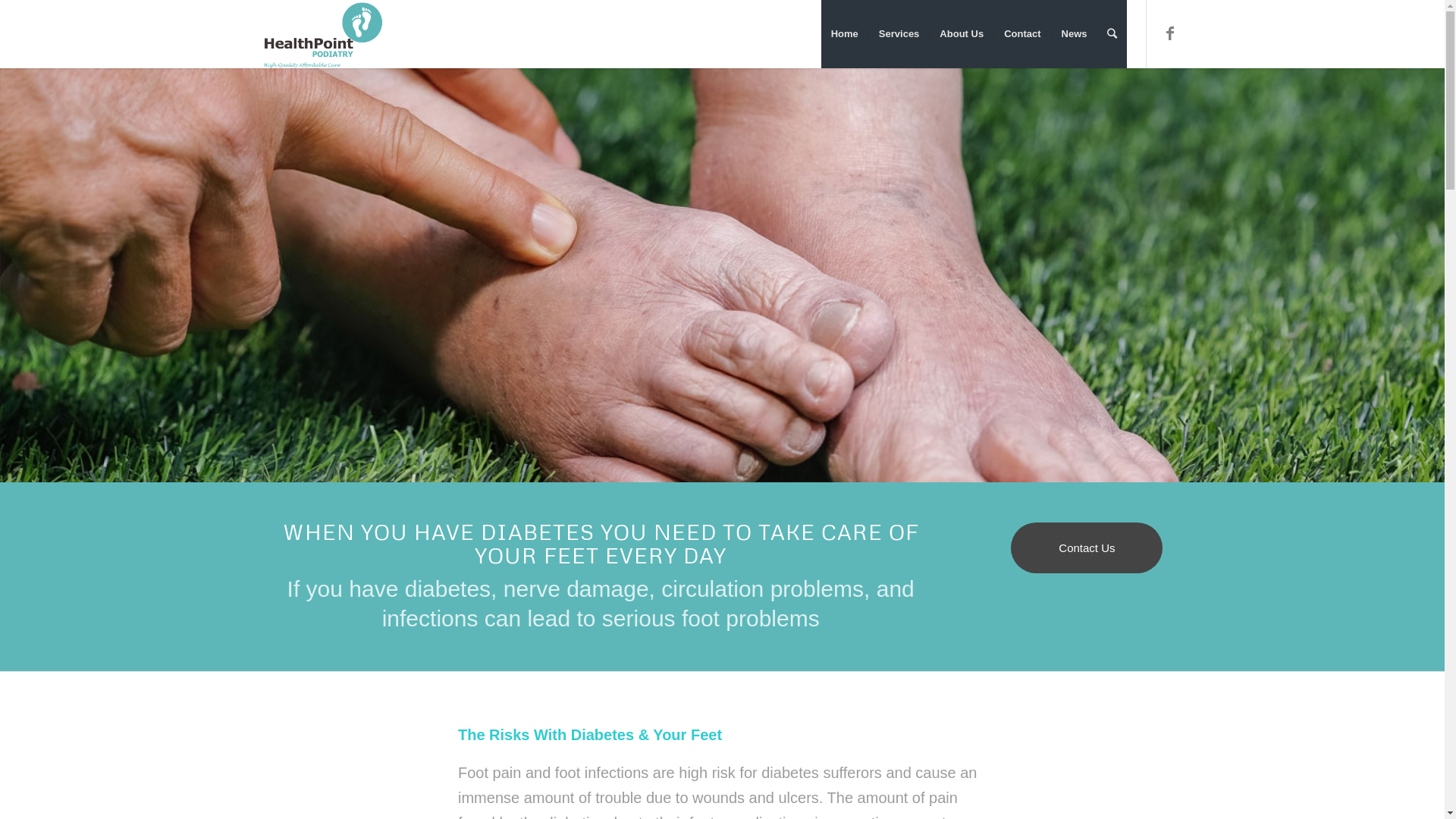 The image size is (1456, 819). I want to click on 'Home', so click(843, 34).